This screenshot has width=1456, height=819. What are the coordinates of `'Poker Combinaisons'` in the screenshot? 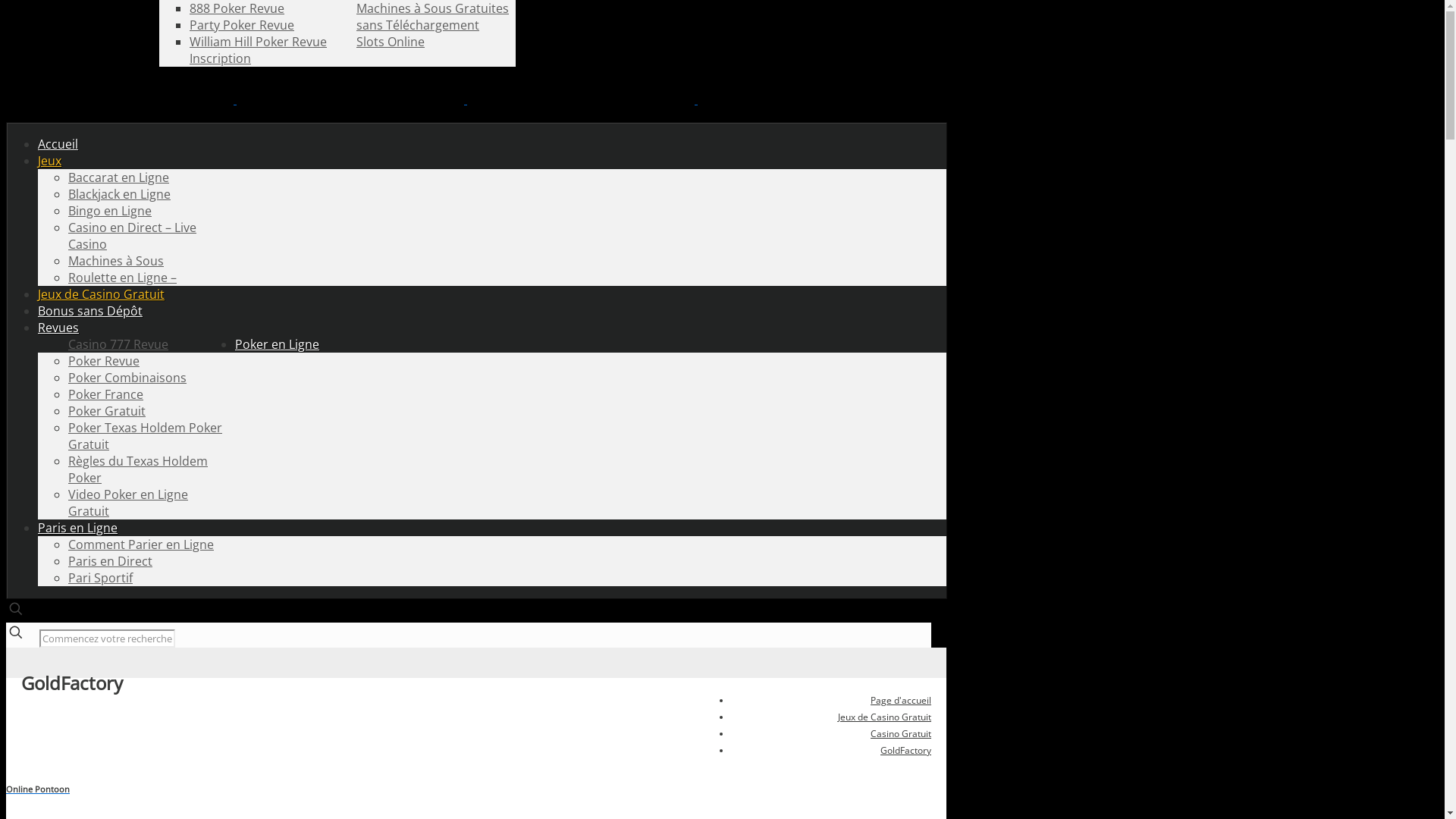 It's located at (67, 376).